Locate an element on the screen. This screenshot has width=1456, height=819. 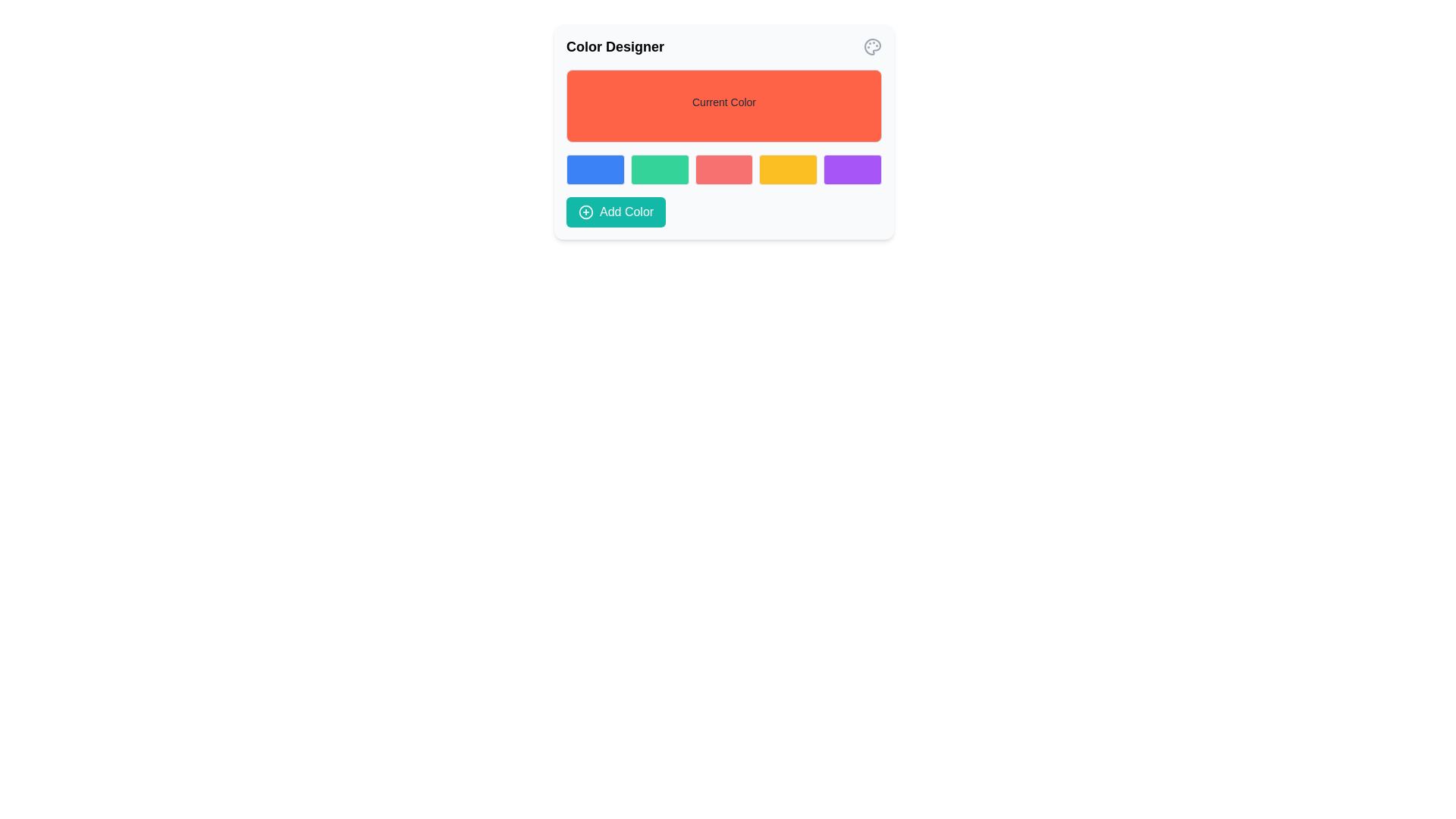
the decorative icon within the 'Add Color' button at the bottom left of the 'Color Designer' card is located at coordinates (585, 212).